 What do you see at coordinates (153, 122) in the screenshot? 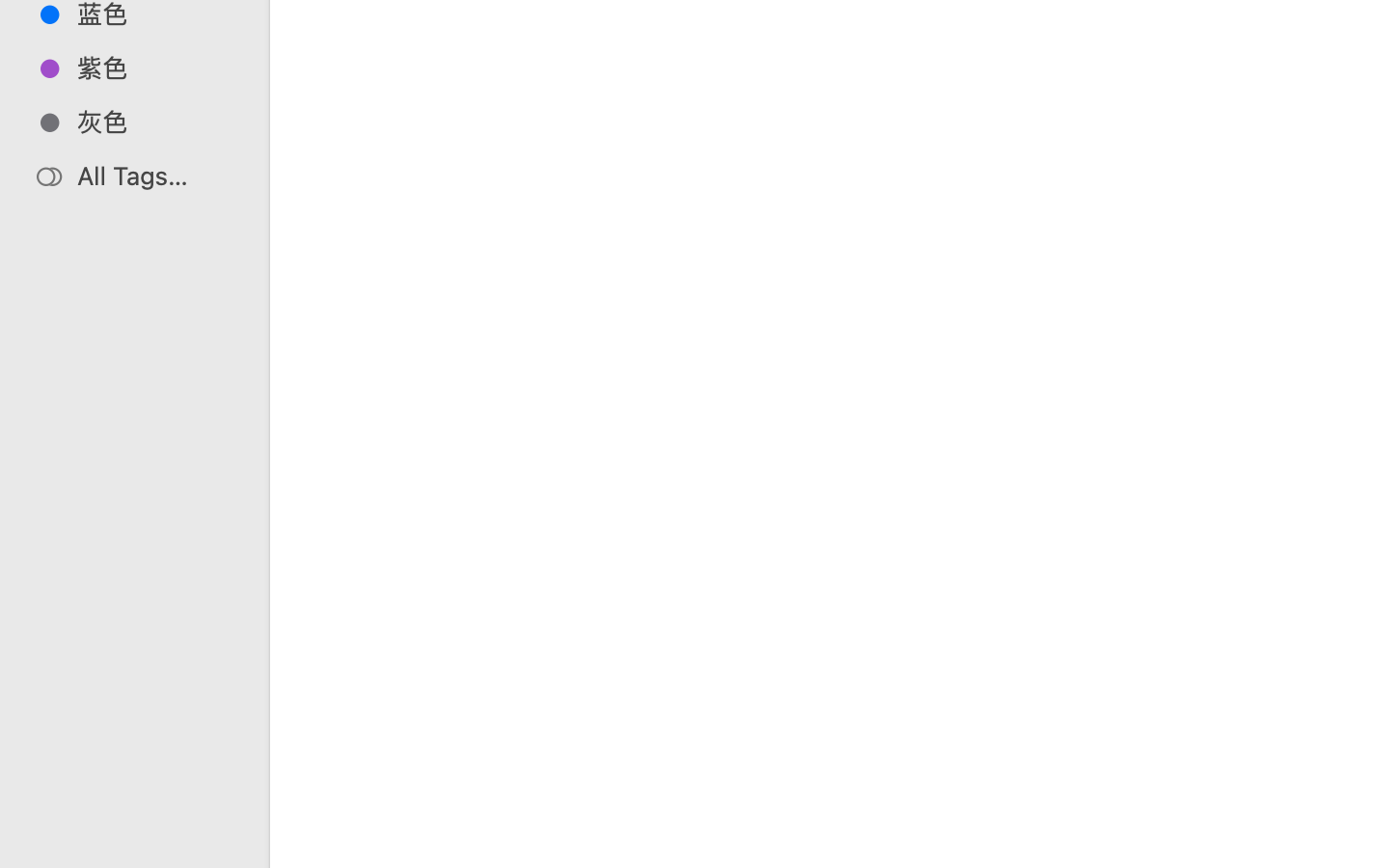
I see `'灰色'` at bounding box center [153, 122].